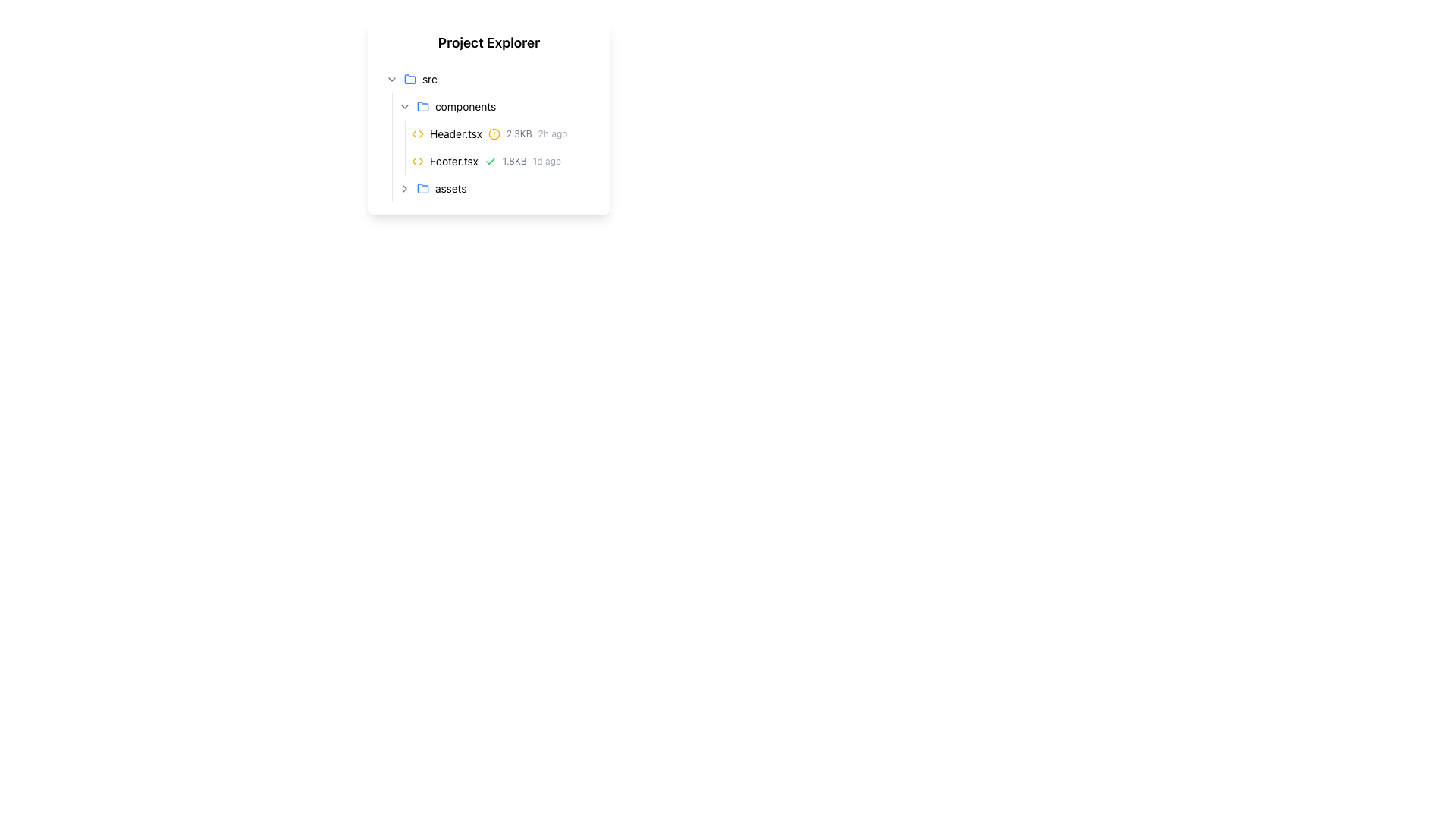  What do you see at coordinates (453, 161) in the screenshot?
I see `the text label 'Footer.tsx' located in the 'Project Explorer' pane under the 'components' folder` at bounding box center [453, 161].